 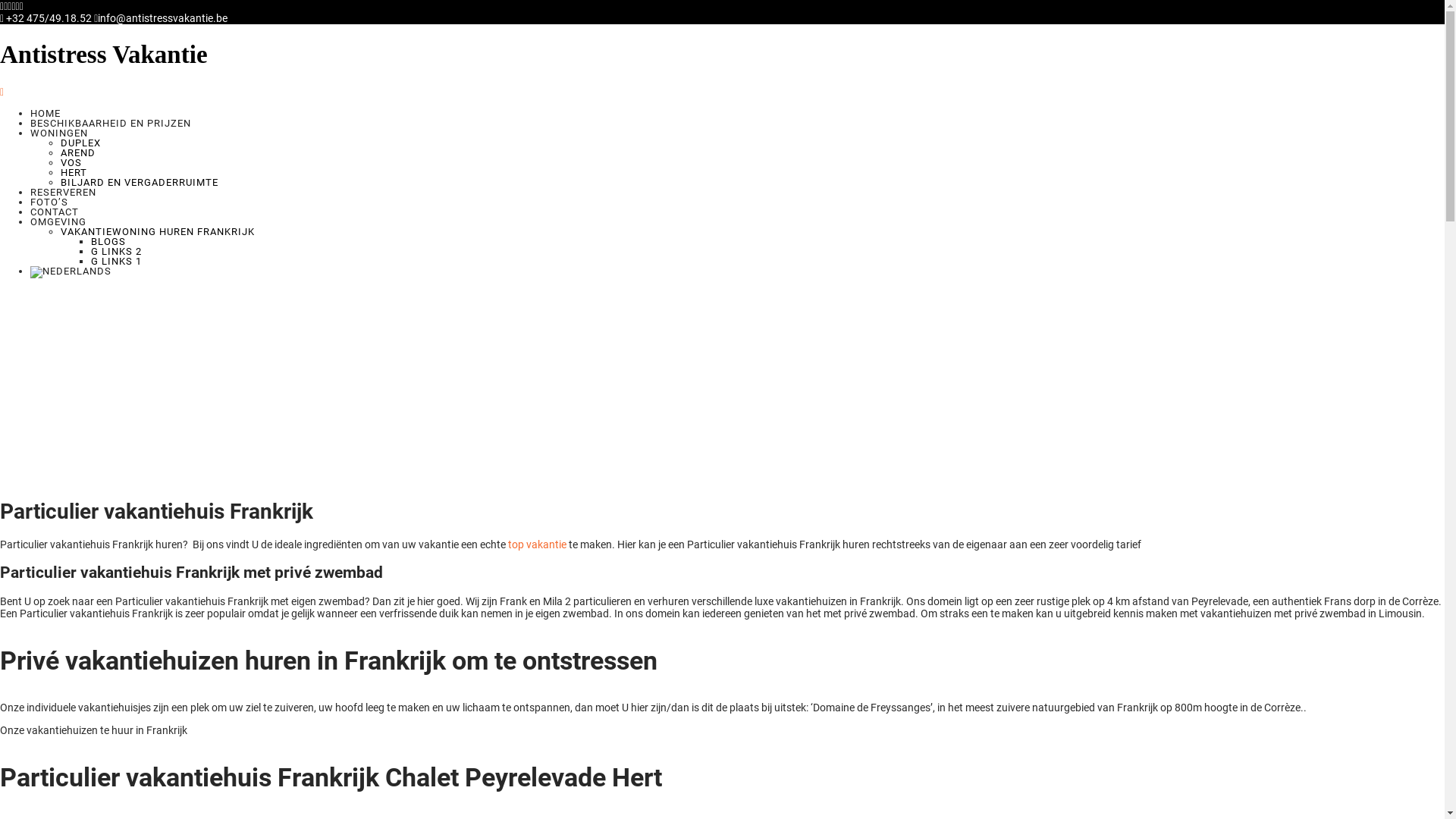 I want to click on 'twitter', so click(x=5, y=6).